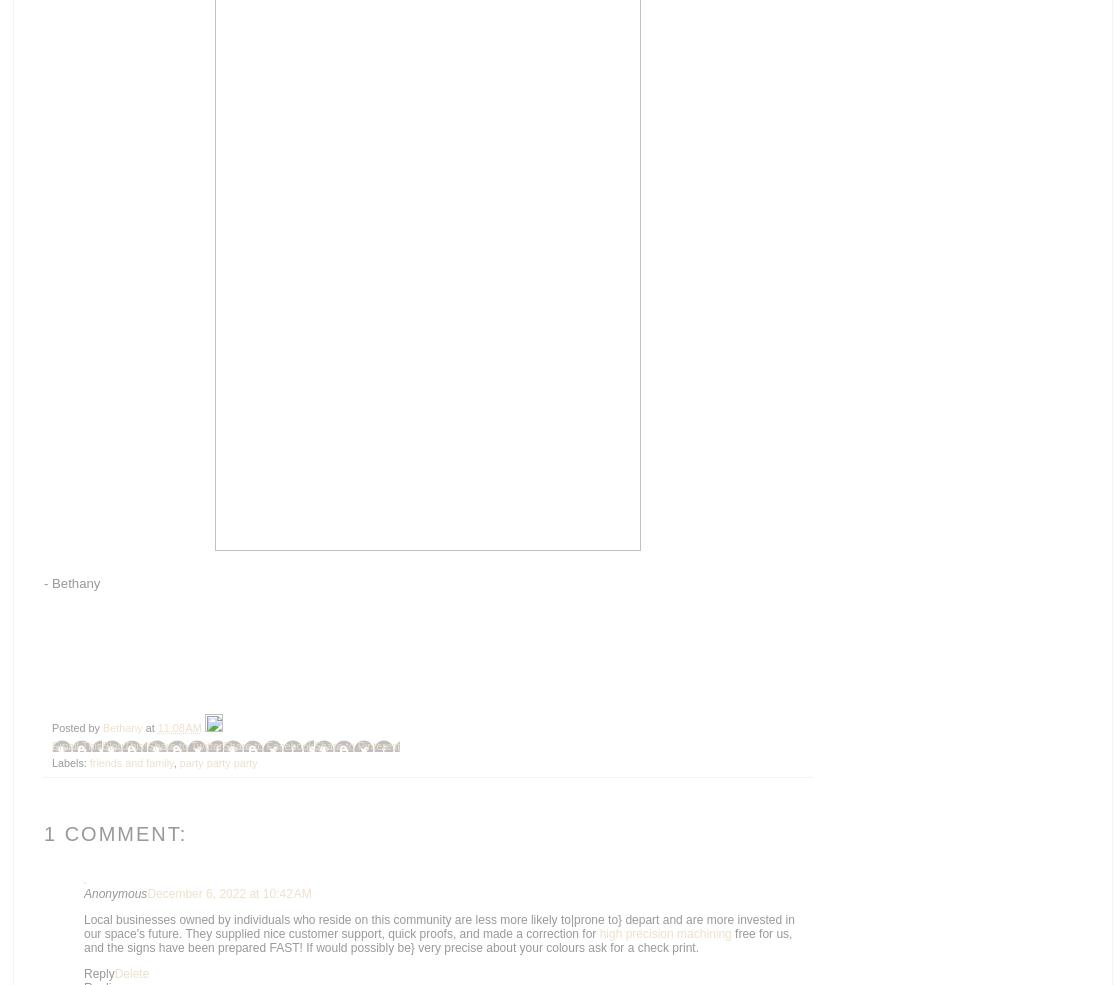 This screenshot has width=1118, height=985. Describe the element at coordinates (101, 744) in the screenshot. I see `'BlogThis!'` at that location.